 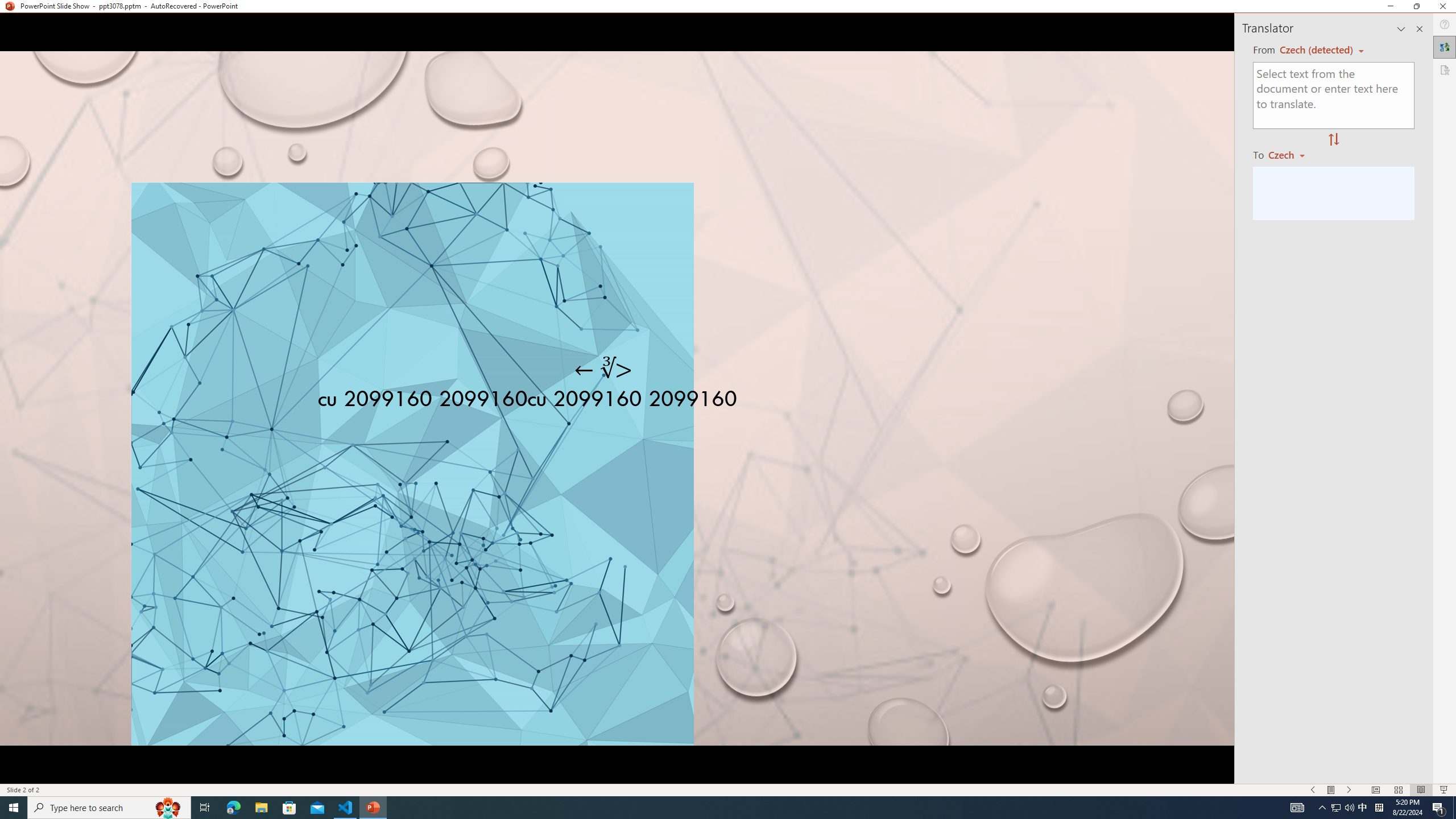 I want to click on 'Swap "from" and "to" languages.', so click(x=1333, y=139).